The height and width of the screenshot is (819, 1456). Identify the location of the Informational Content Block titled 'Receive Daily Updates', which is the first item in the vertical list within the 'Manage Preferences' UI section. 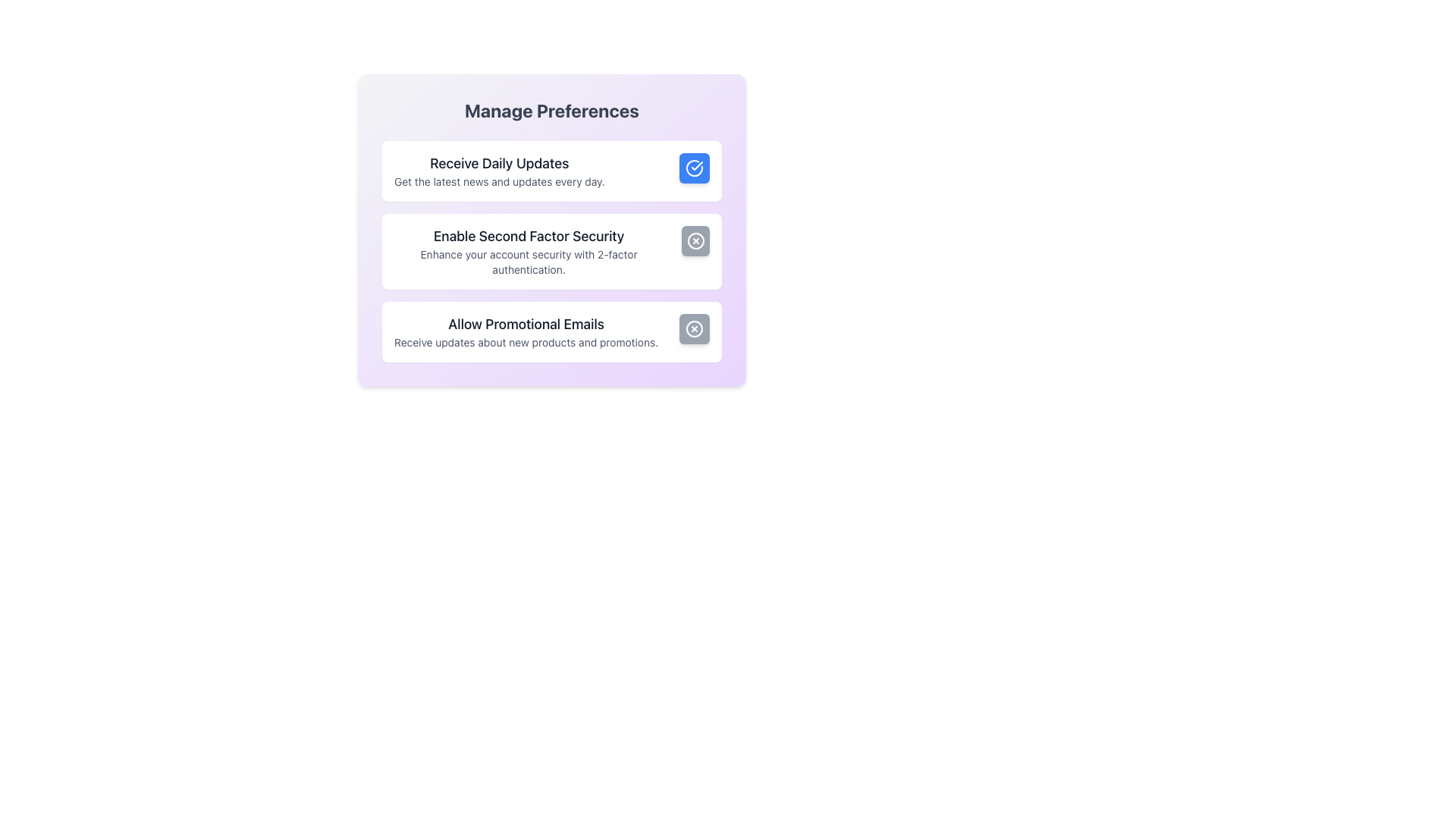
(499, 171).